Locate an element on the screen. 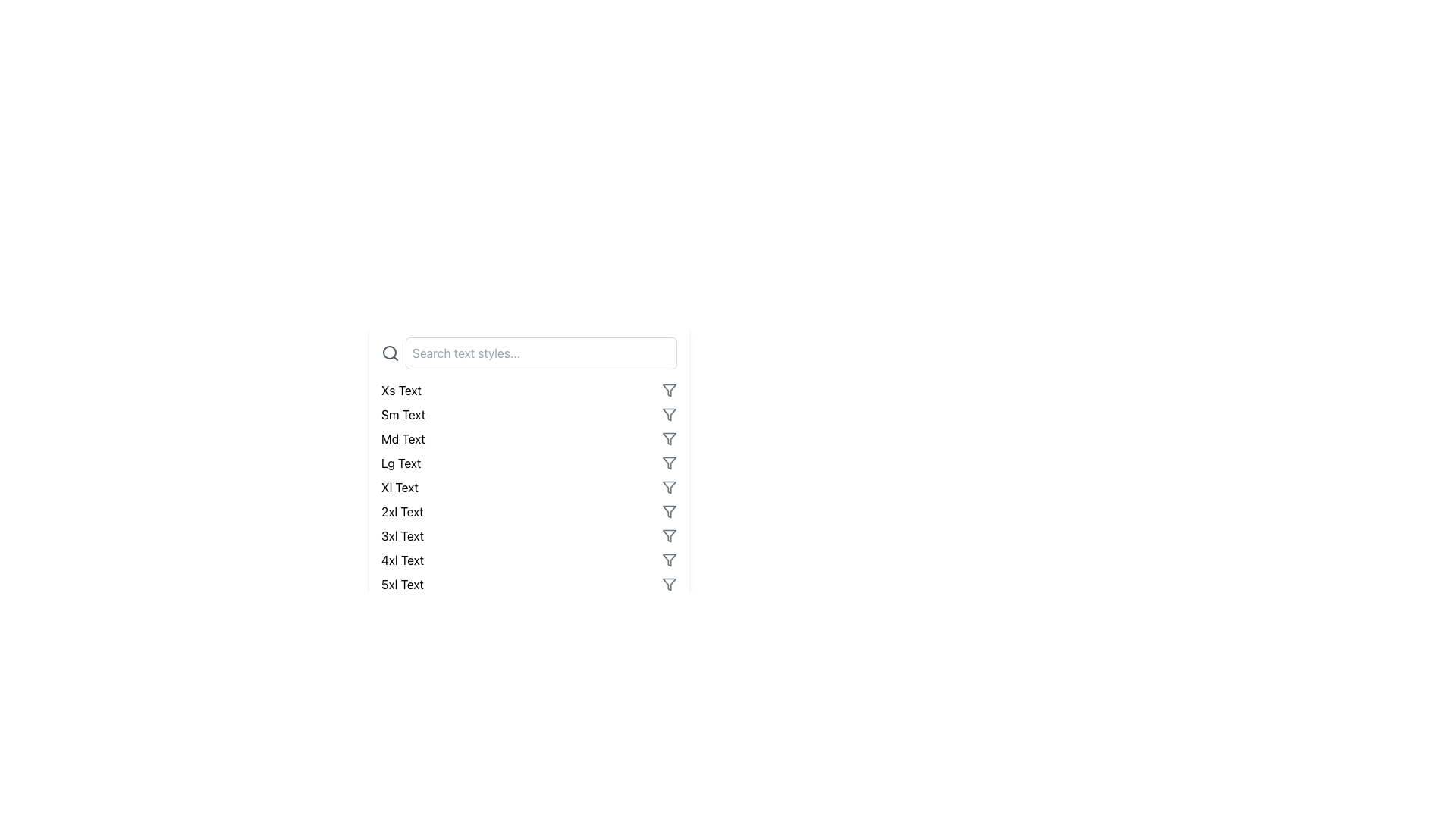 The width and height of the screenshot is (1456, 819). the 'Xl Text' size option within the vertical list of text size options is located at coordinates (529, 489).